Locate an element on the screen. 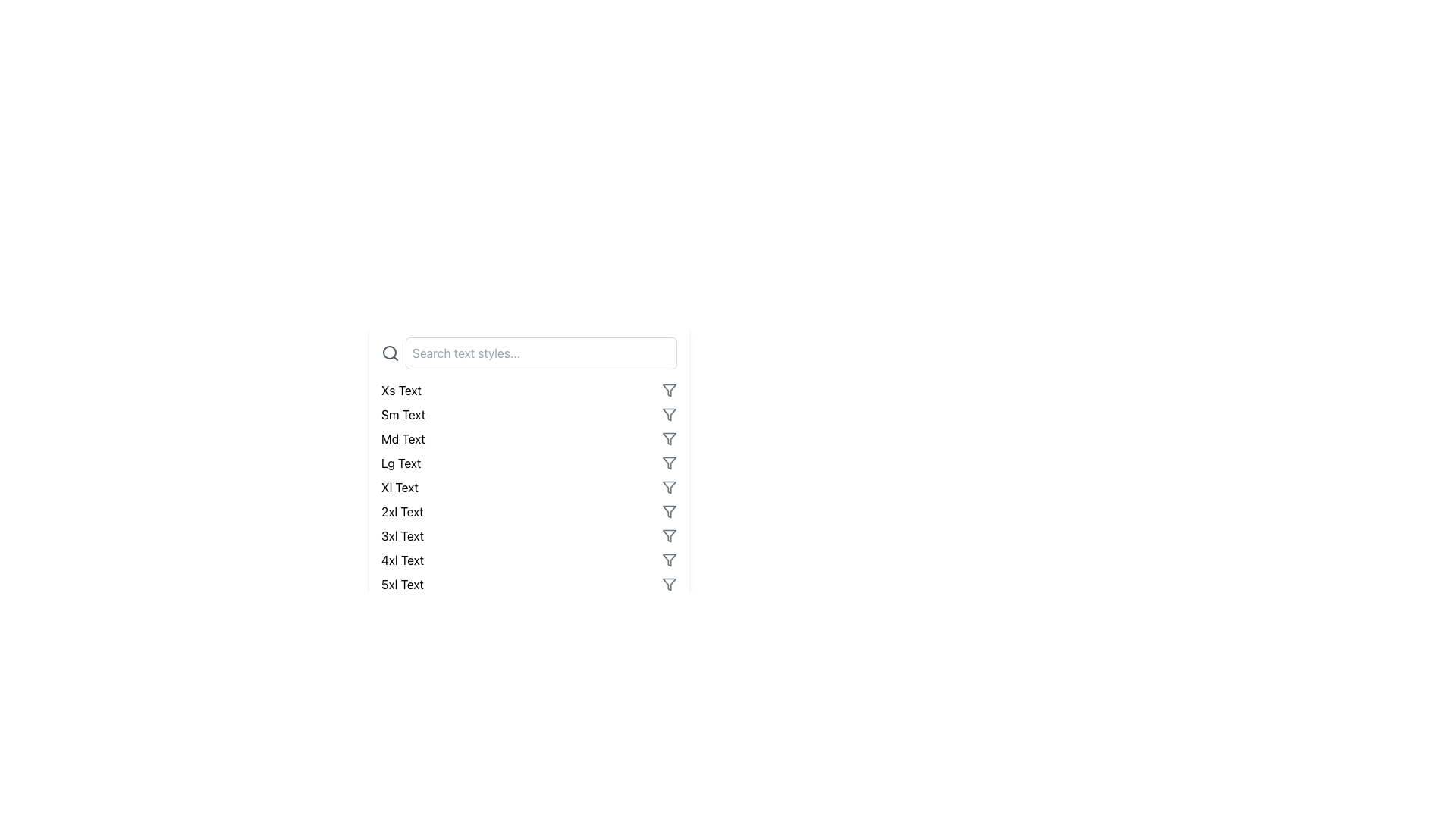 The width and height of the screenshot is (1456, 819). the 'Xl Text' size option within the vertical list of text size options is located at coordinates (529, 489).